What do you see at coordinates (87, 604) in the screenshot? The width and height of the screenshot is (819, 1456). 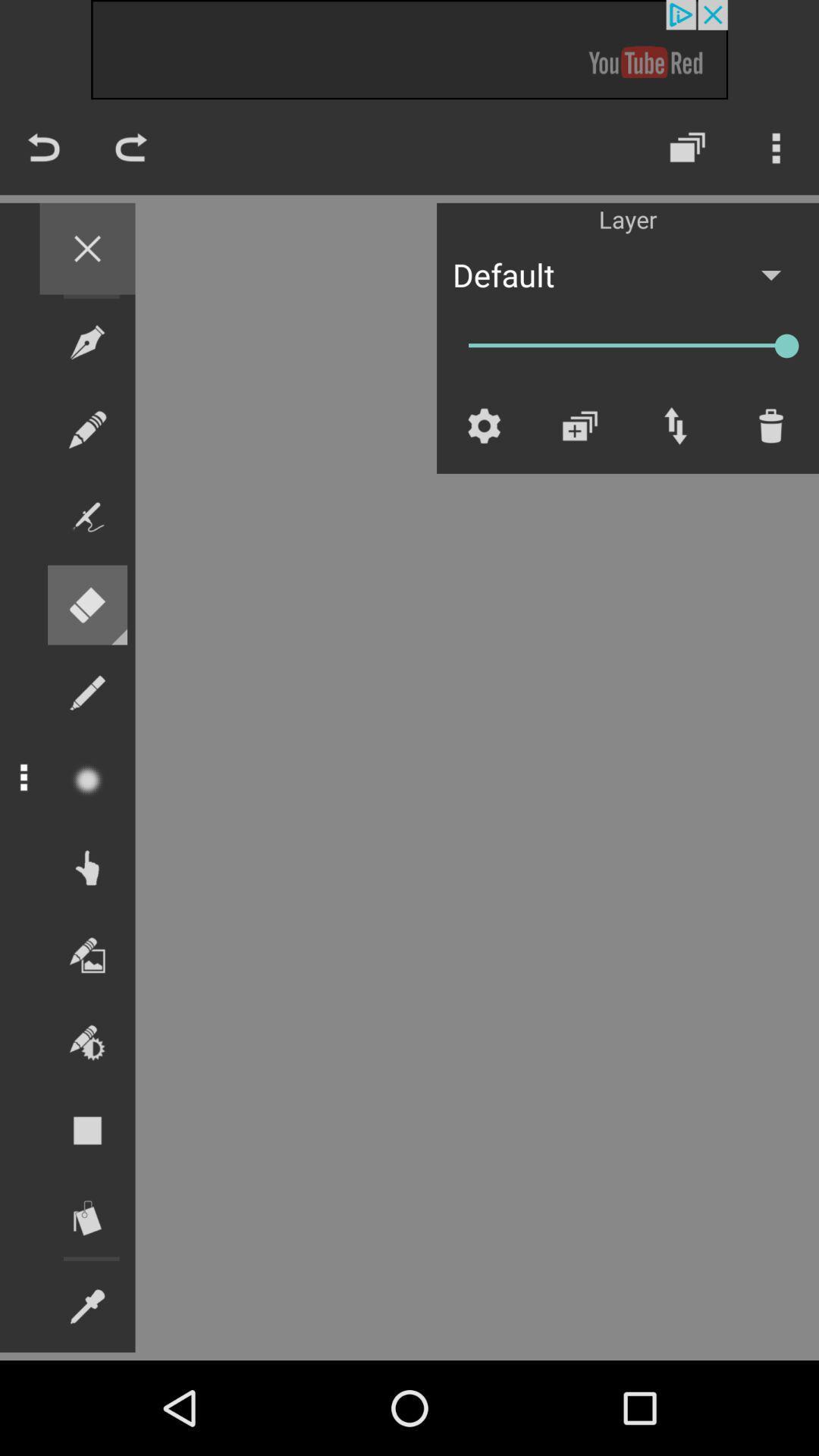 I see `the delete icon` at bounding box center [87, 604].